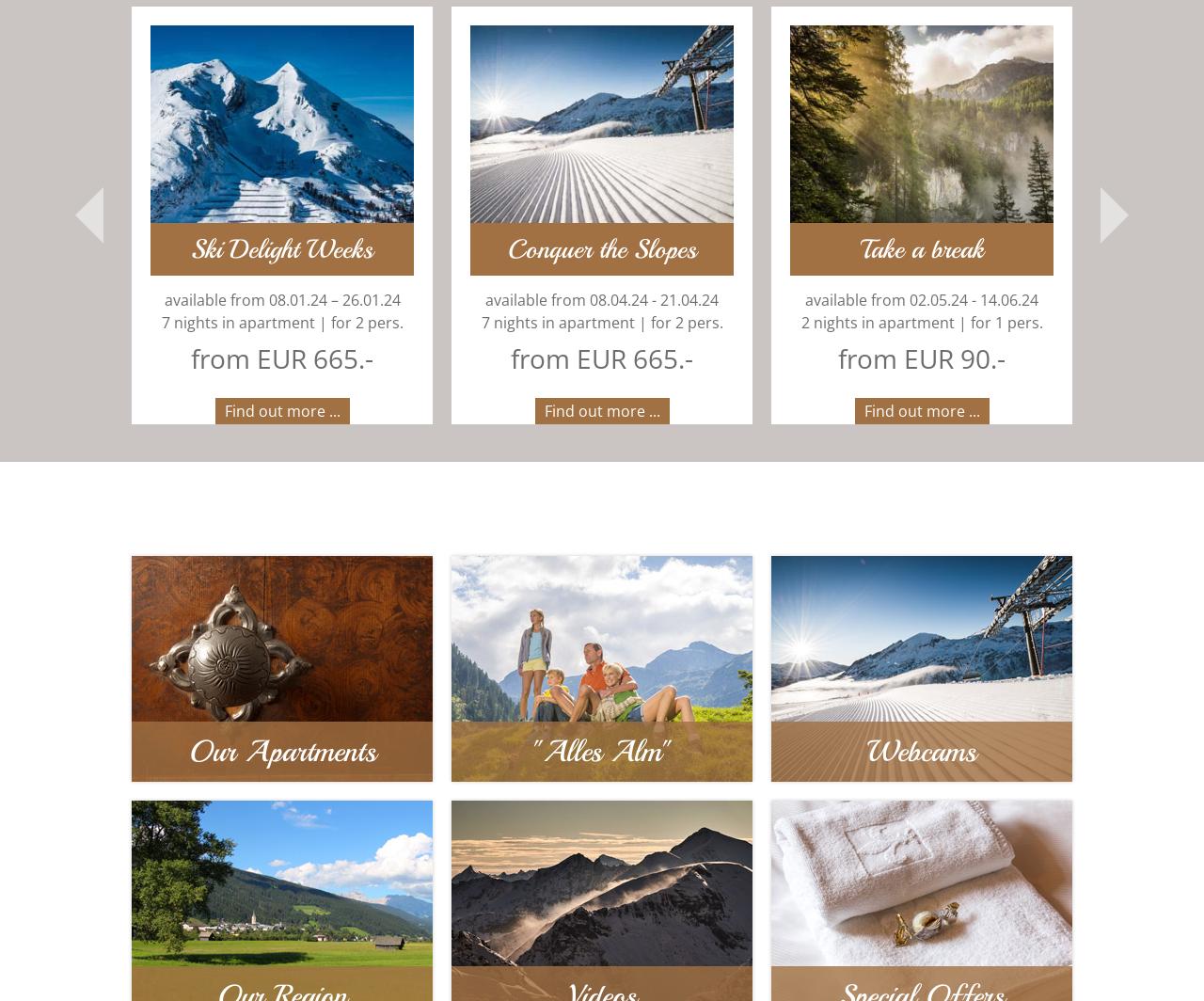 This screenshot has height=1001, width=1204. Describe the element at coordinates (600, 753) in the screenshot. I see `'"Alles Alm"'` at that location.